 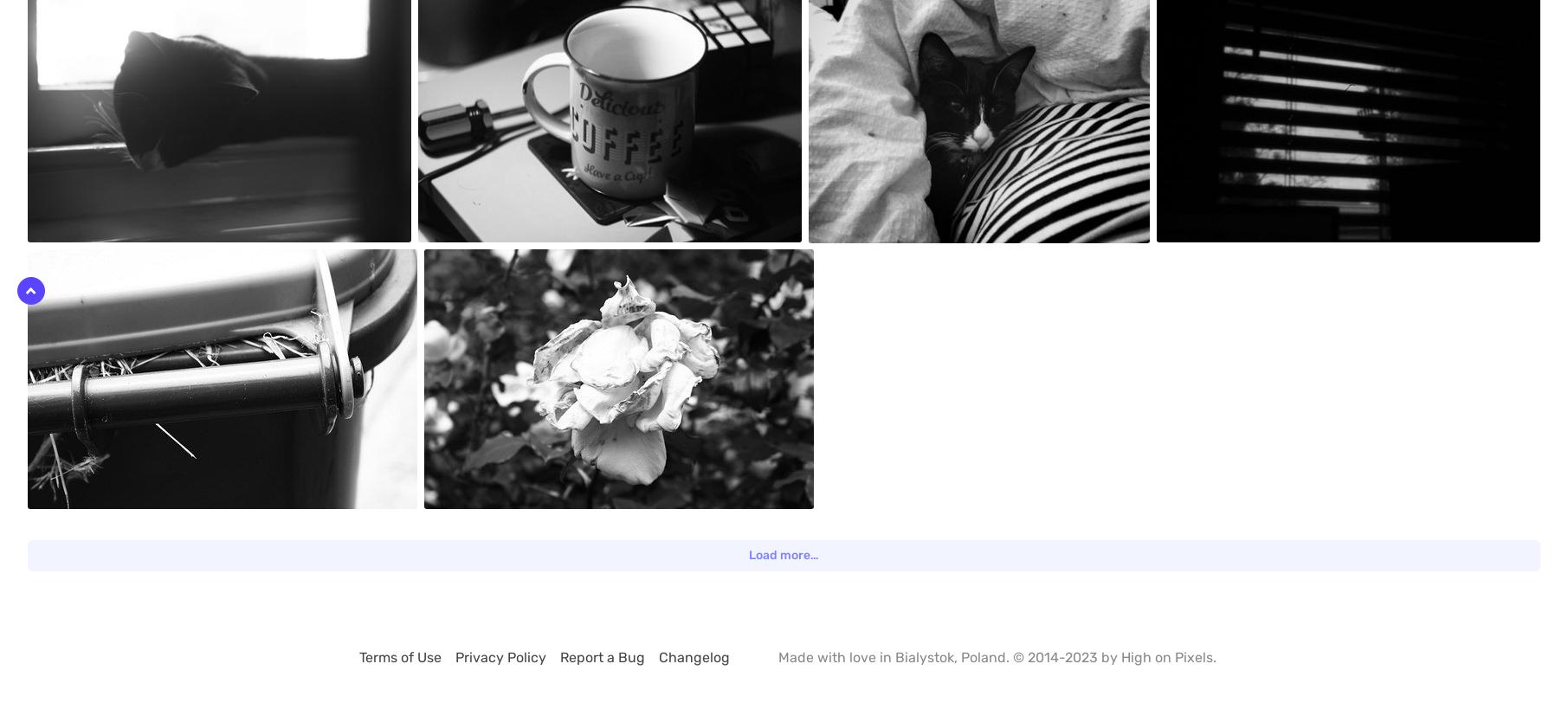 What do you see at coordinates (1120, 656) in the screenshot?
I see `'High on Pixels'` at bounding box center [1120, 656].